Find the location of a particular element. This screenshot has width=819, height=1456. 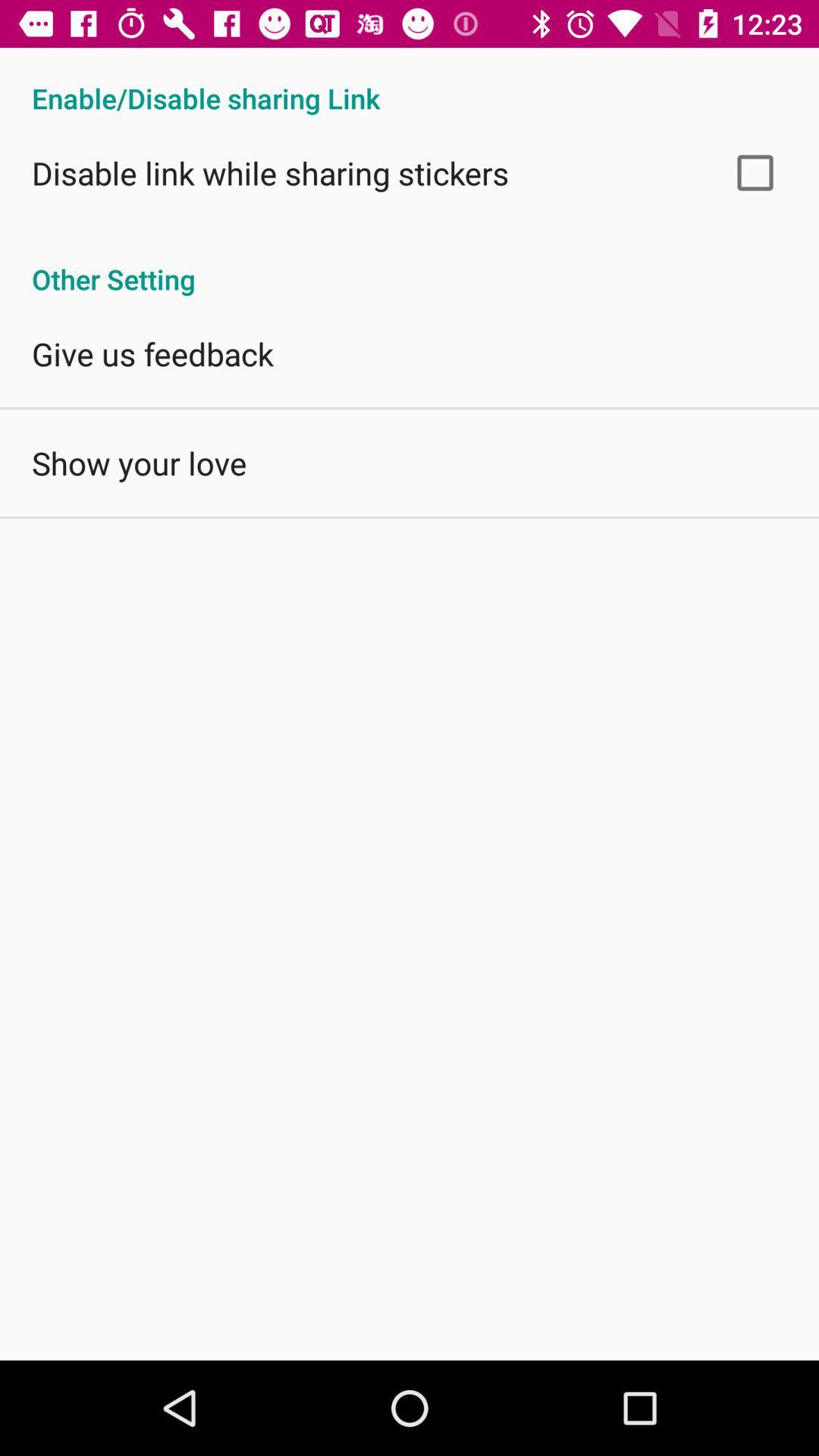

item next to disable link while item is located at coordinates (755, 172).